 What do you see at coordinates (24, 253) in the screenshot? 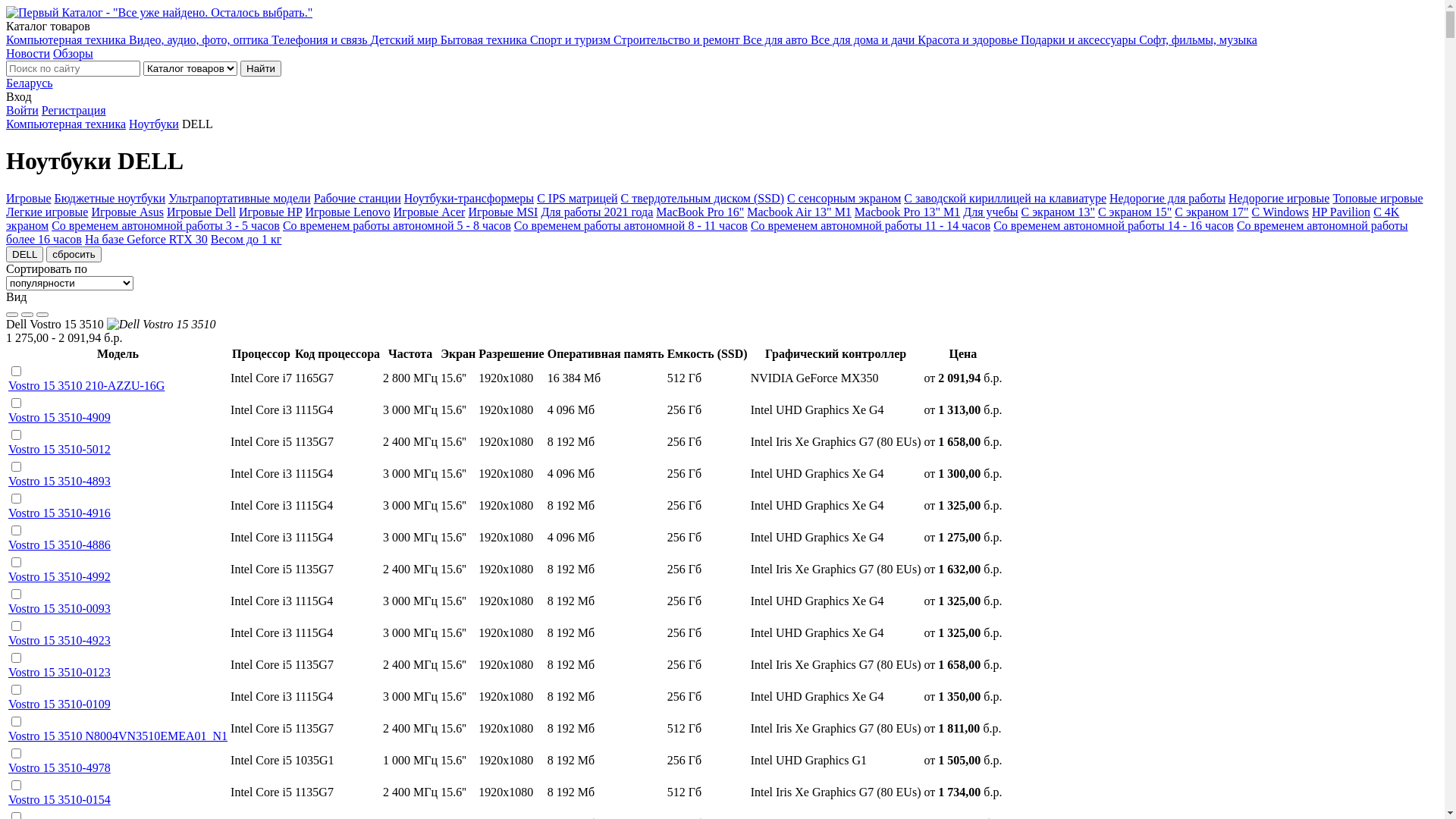
I see `'DELL'` at bounding box center [24, 253].